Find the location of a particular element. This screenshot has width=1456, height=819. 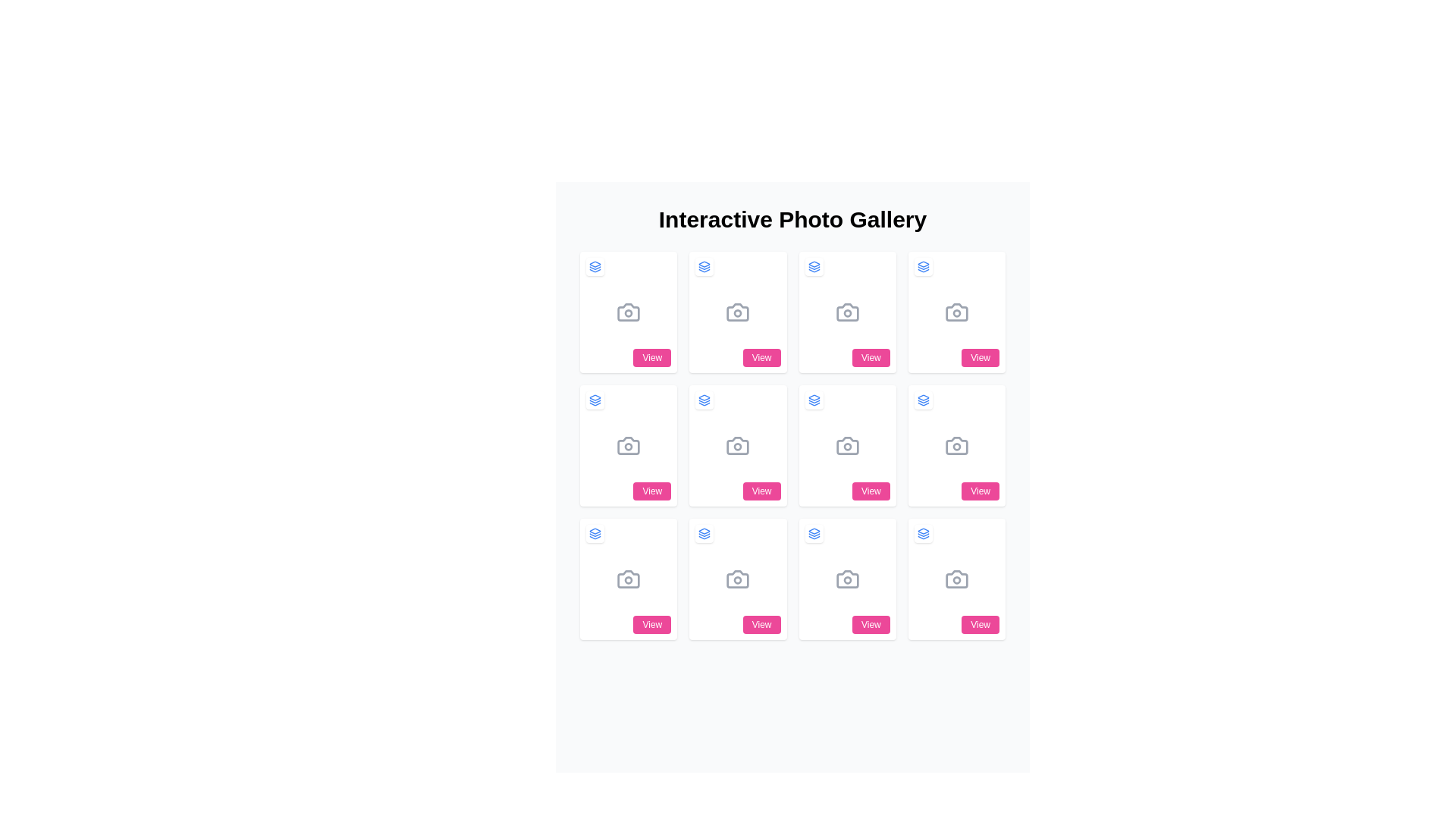

the first icon in the top-left corner of the second row of the interactive photo gallery grid, which indicates a feature associated with a layered structure is located at coordinates (595, 400).